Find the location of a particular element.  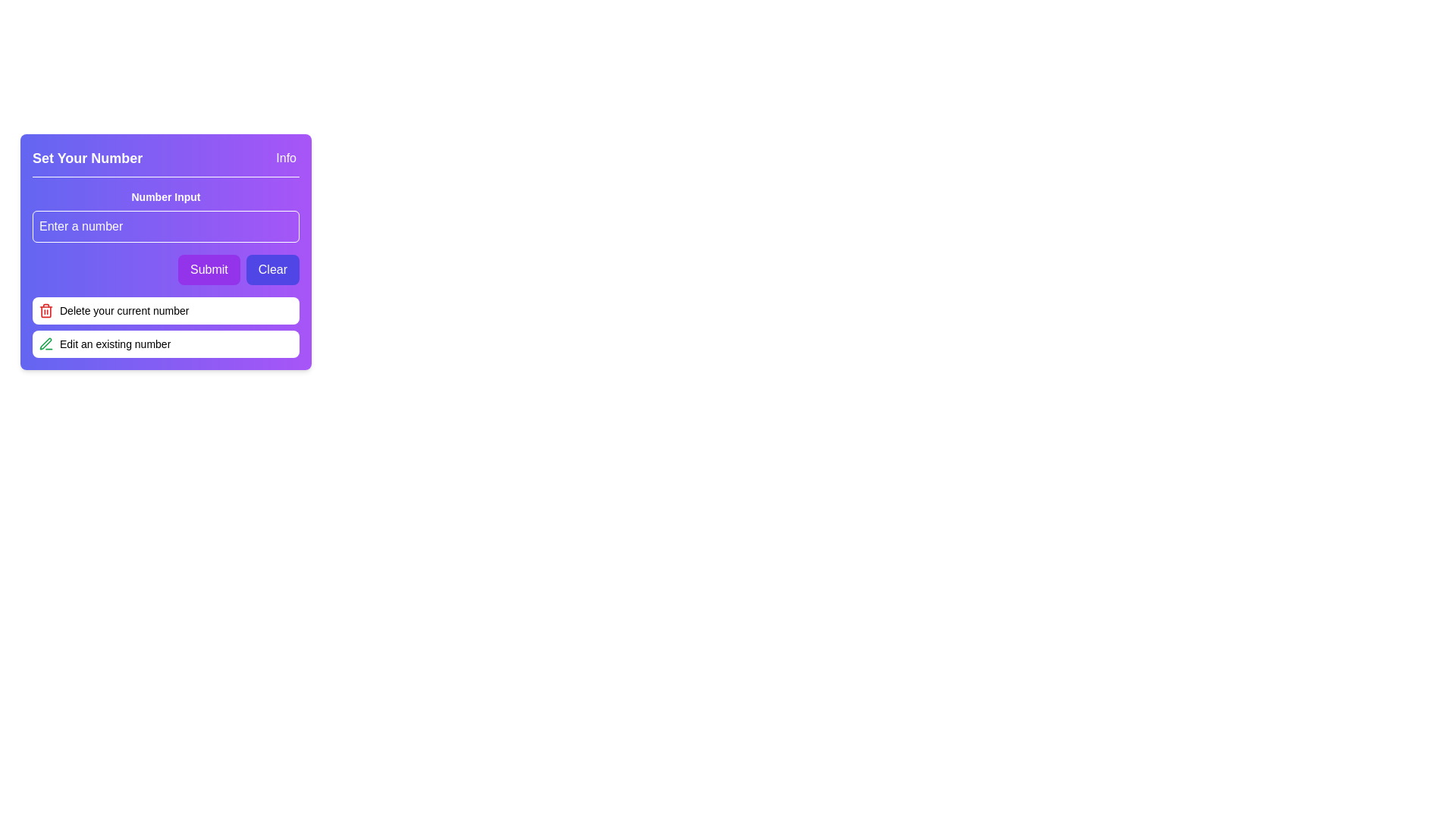

the descriptive text label for the number input field located at the top of the purple card-like interface is located at coordinates (166, 196).